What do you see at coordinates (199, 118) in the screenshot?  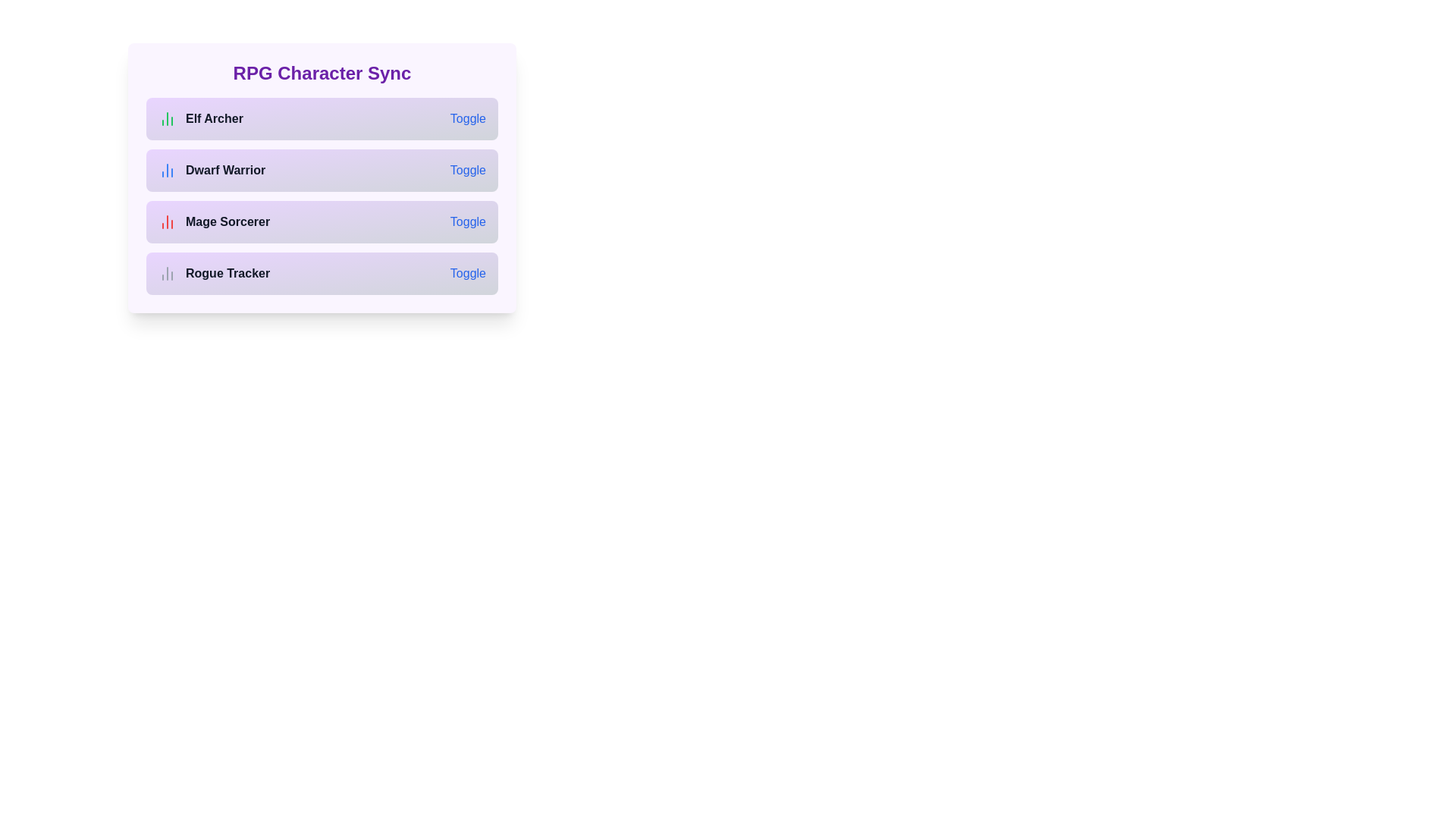 I see `text label 'Elf Archer' that is styled in bold gray color and is located in the first row of the 'RPG Character Sync' panel, positioned to the left of the 'Toggle' button` at bounding box center [199, 118].